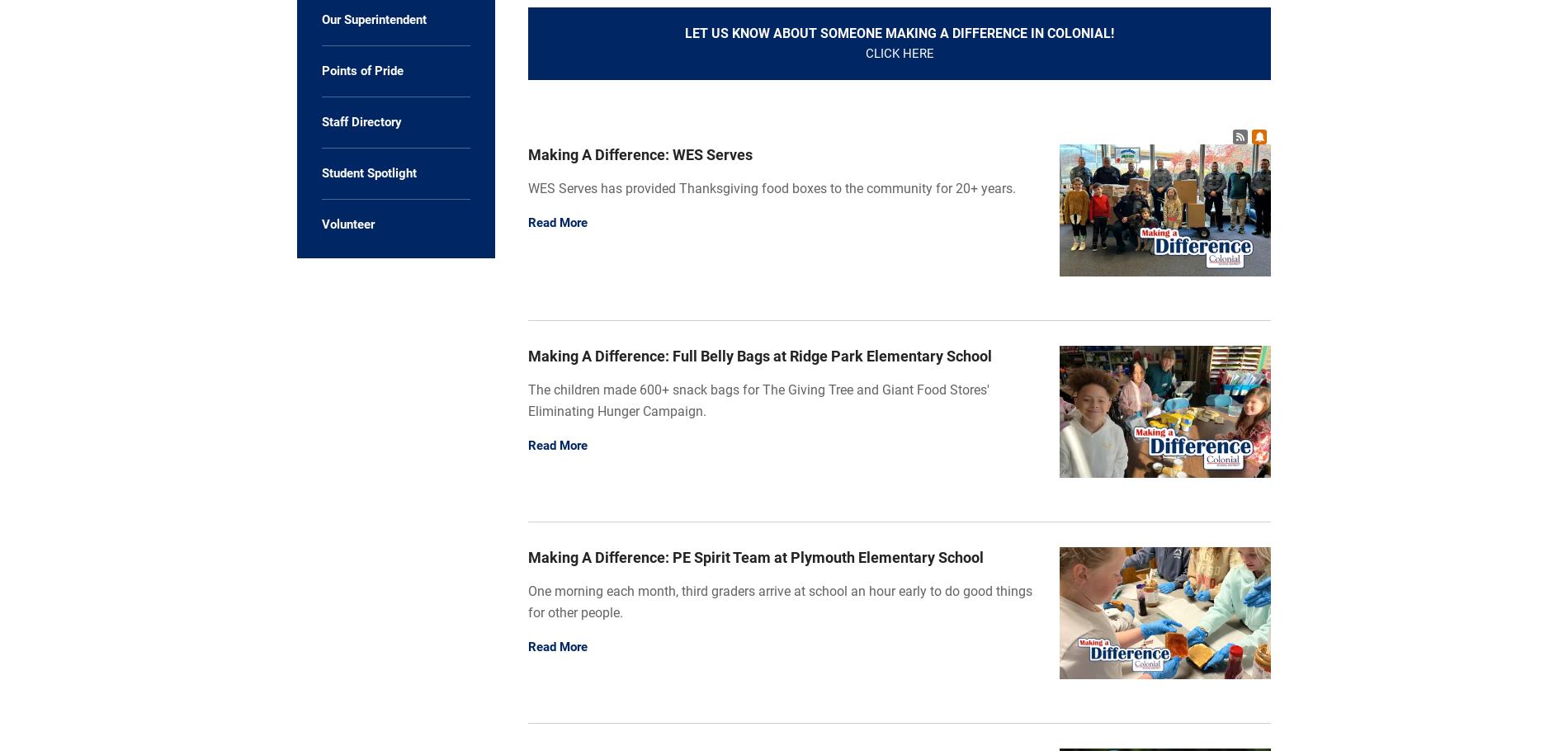 This screenshot has height=751, width=1568. I want to click on 'Let us know about someone Making A Difference in Colonial!', so click(900, 33).